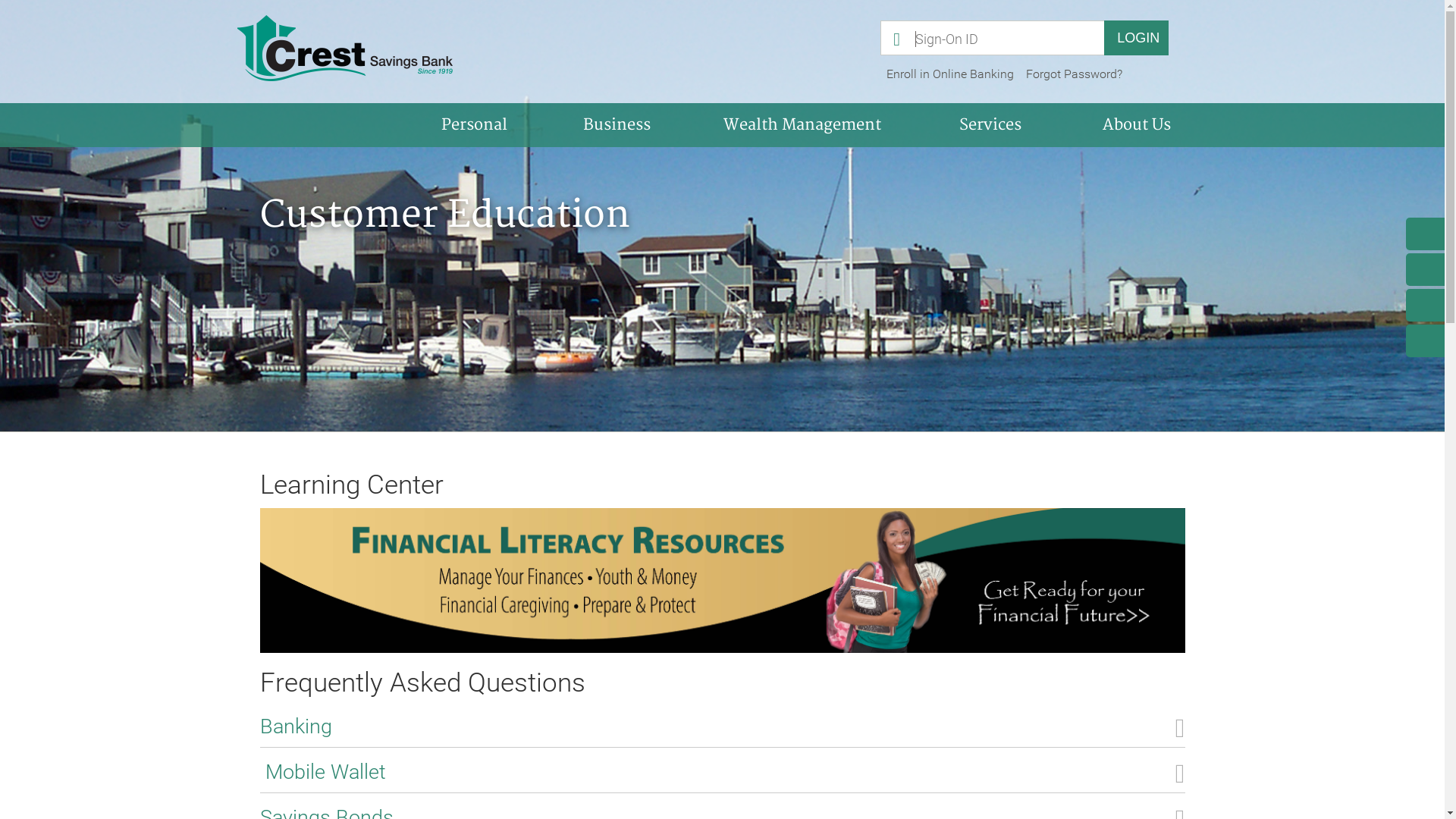  What do you see at coordinates (1136, 37) in the screenshot?
I see `'Login'` at bounding box center [1136, 37].